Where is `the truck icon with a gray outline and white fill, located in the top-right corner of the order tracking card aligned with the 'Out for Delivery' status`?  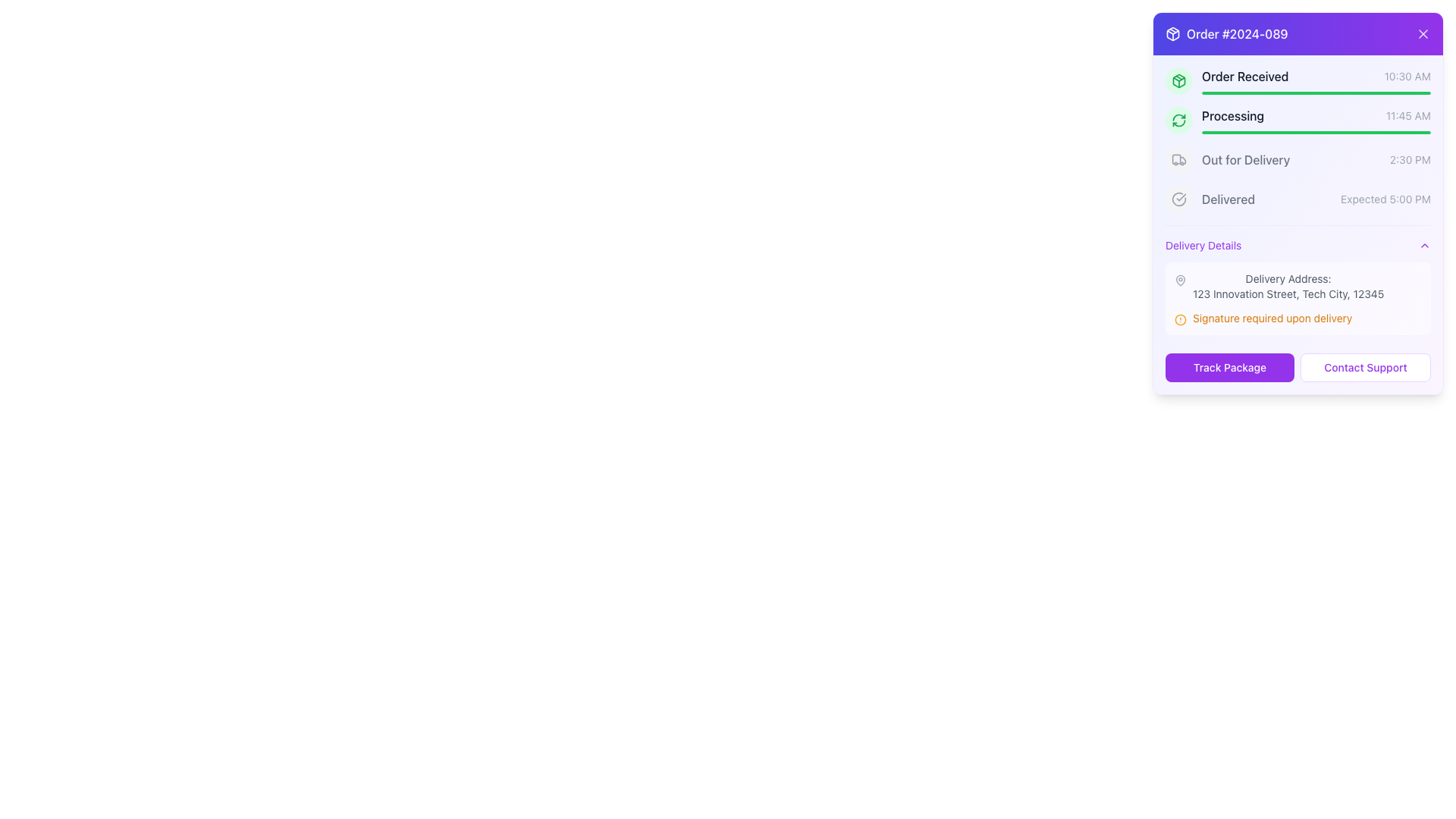
the truck icon with a gray outline and white fill, located in the top-right corner of the order tracking card aligned with the 'Out for Delivery' status is located at coordinates (1178, 160).